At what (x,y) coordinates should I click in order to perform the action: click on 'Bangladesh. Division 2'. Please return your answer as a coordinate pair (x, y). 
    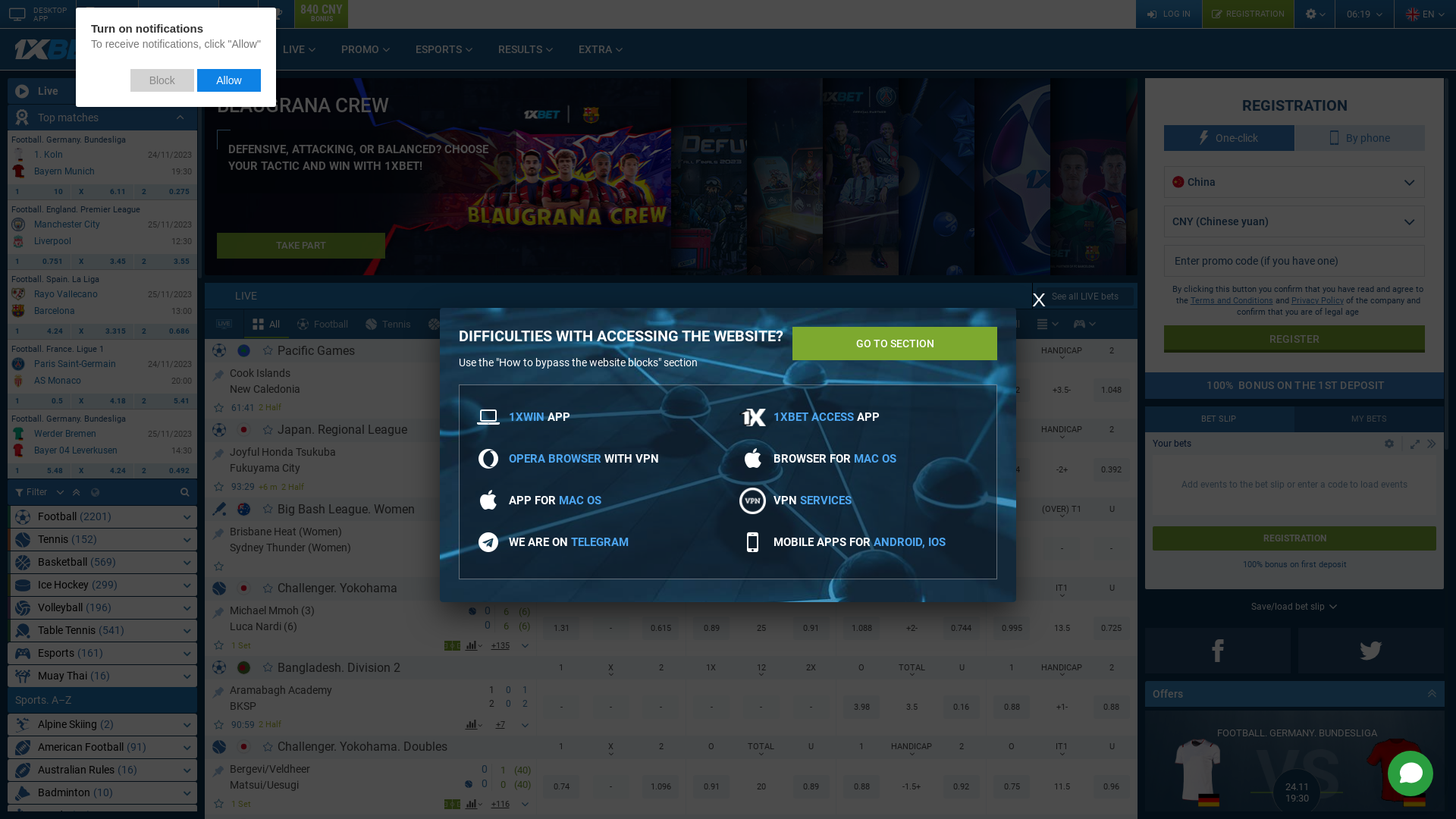
    Looking at the image, I should click on (337, 666).